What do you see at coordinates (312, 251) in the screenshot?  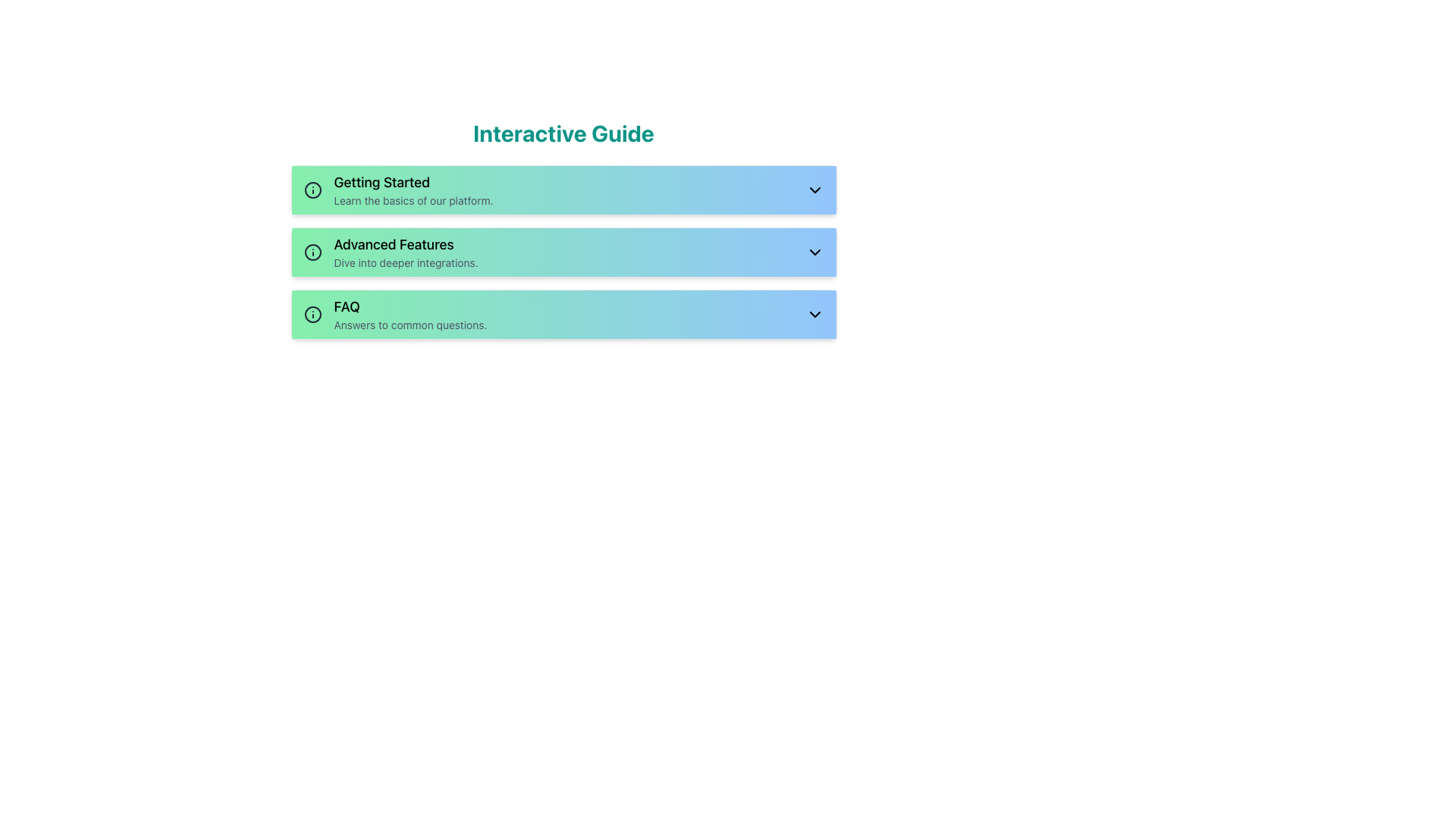 I see `the 'Advanced Features' icon located in the 'Interactive Guide' section, which serves as a visual representation for accessing additional context or information` at bounding box center [312, 251].